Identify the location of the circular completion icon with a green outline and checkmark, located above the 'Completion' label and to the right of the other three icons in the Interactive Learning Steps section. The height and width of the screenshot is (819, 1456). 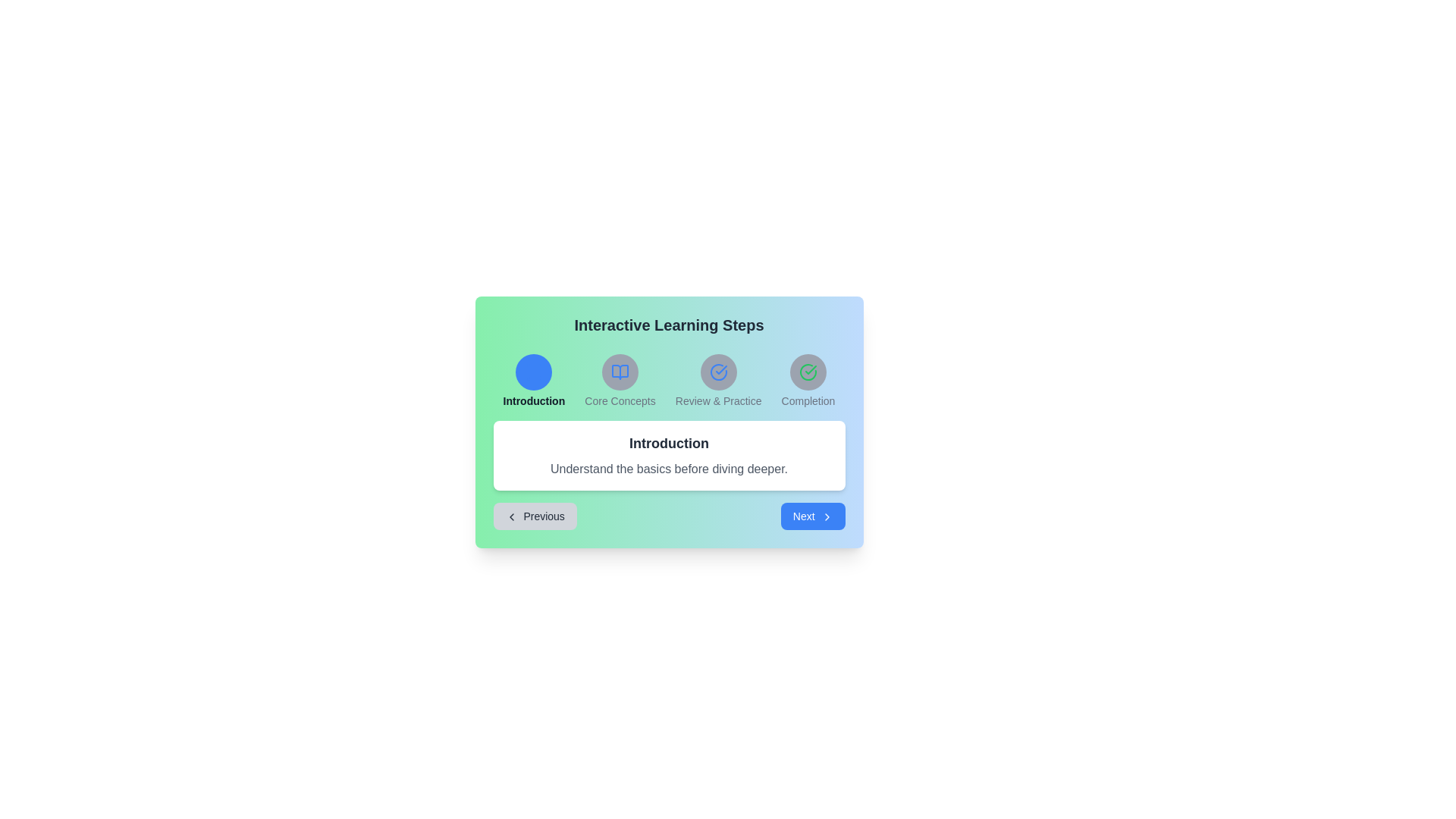
(807, 372).